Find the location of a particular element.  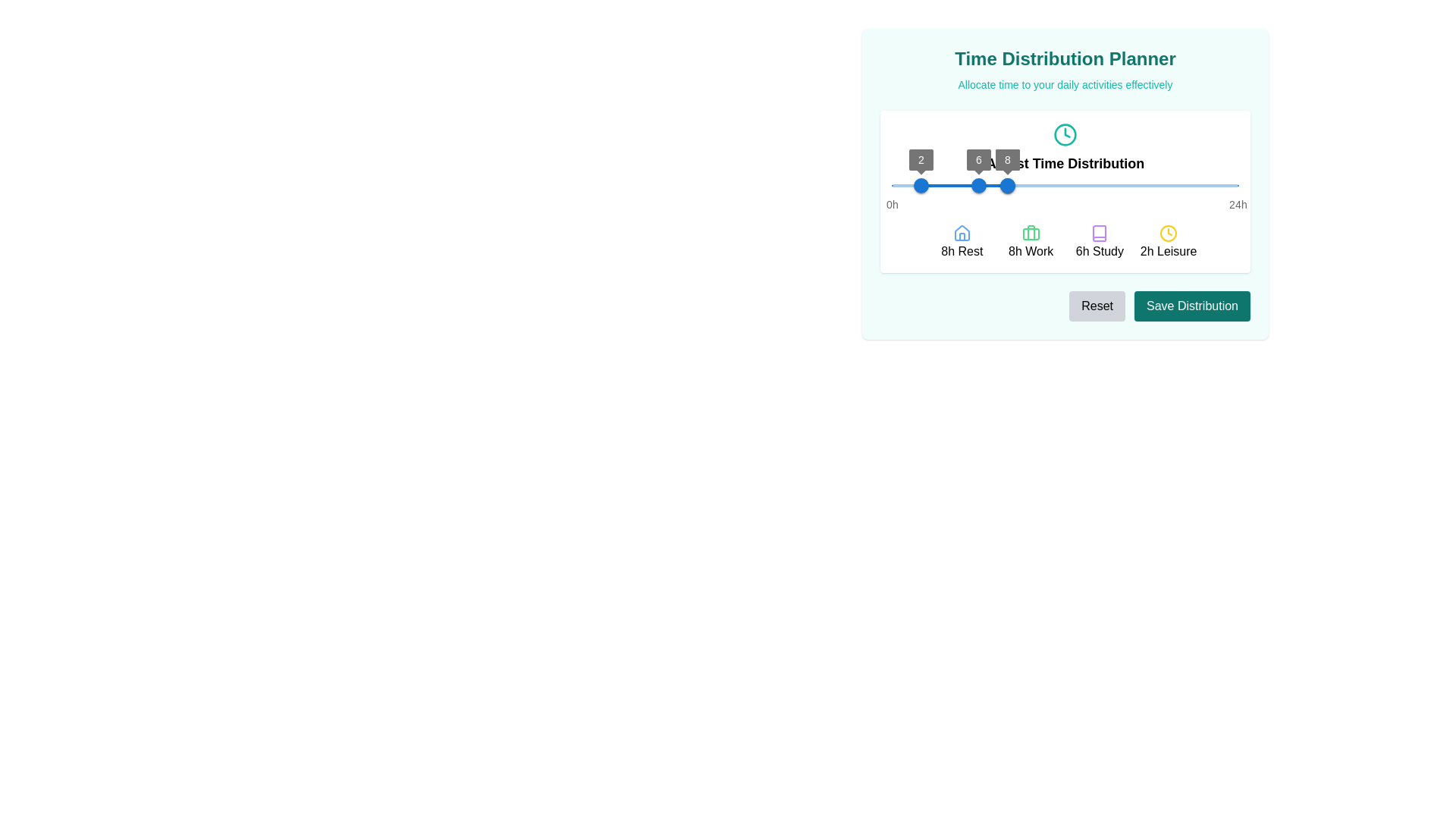

numeric value displayed on the circular label showing '8', which is positioned above the rightmost slider handle corresponding to the '8h Rest' label is located at coordinates (1008, 160).